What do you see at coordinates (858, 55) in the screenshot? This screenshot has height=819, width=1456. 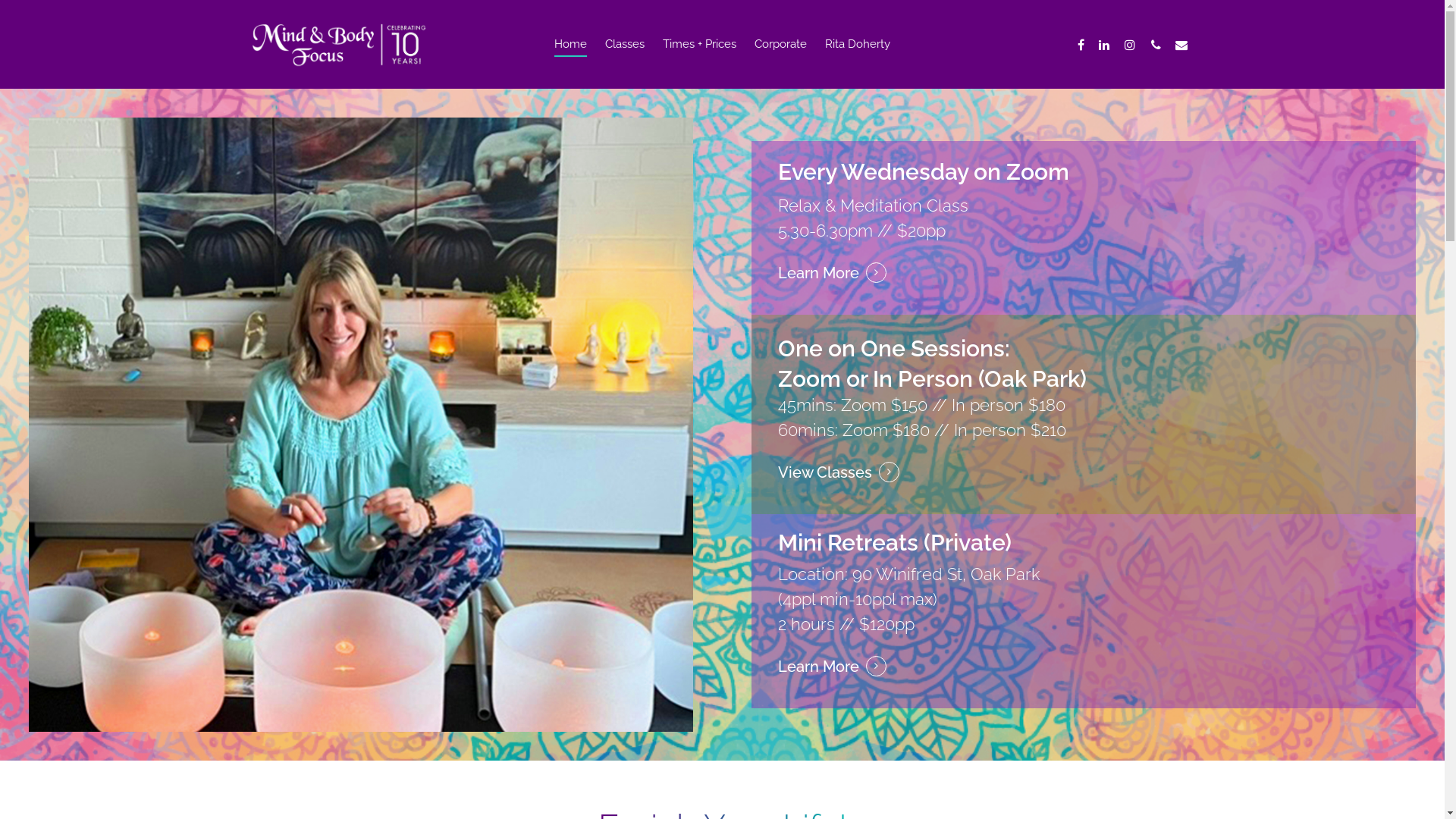 I see `'Rita Doherty'` at bounding box center [858, 55].